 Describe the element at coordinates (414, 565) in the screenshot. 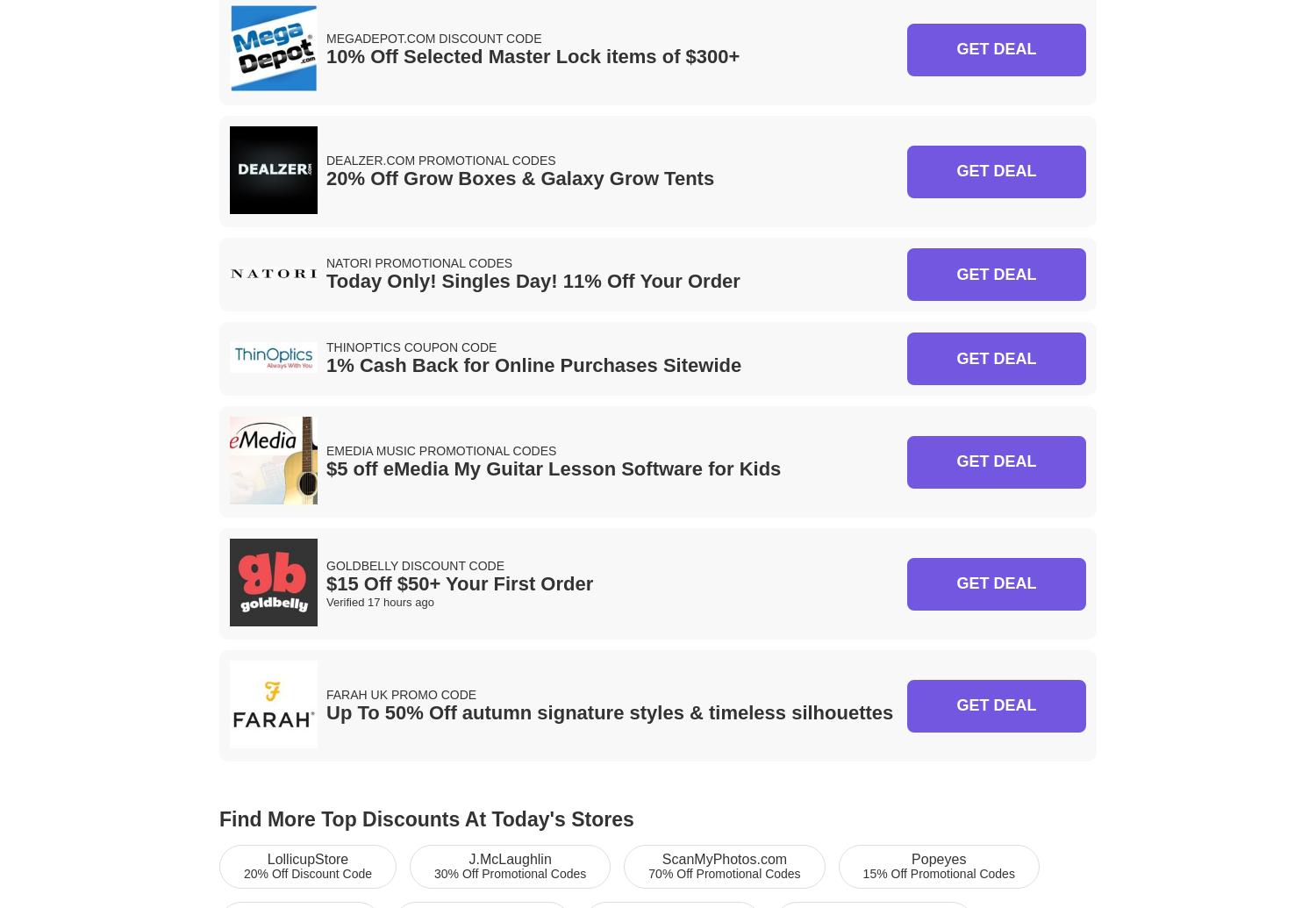

I see `'Goldbelly Discount Code'` at that location.